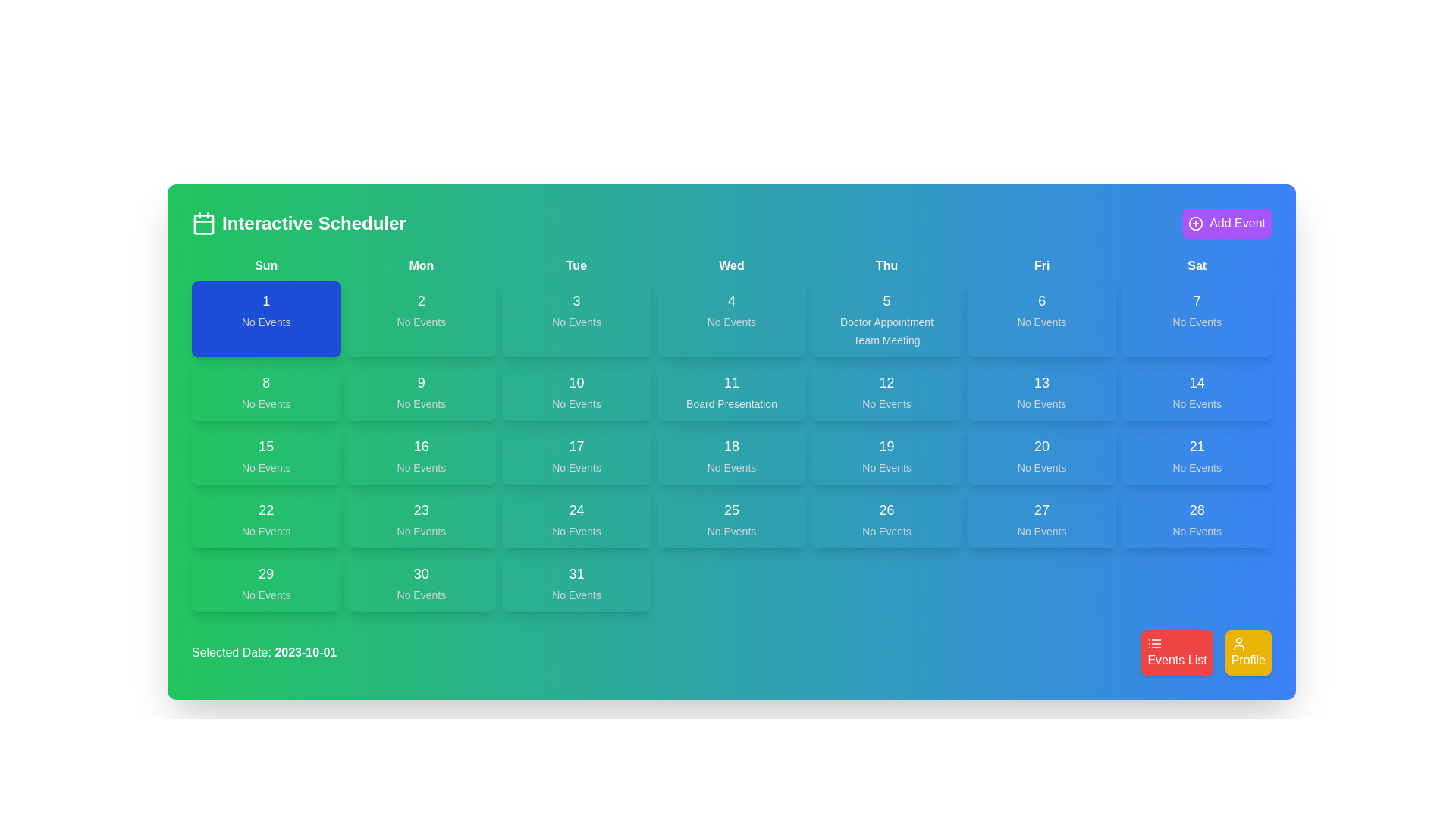 This screenshot has height=819, width=1456. I want to click on text label indicating event status in the green cell labeled '9' in the second row and second column of the calendar grid, which displays 'No Events', so click(421, 403).